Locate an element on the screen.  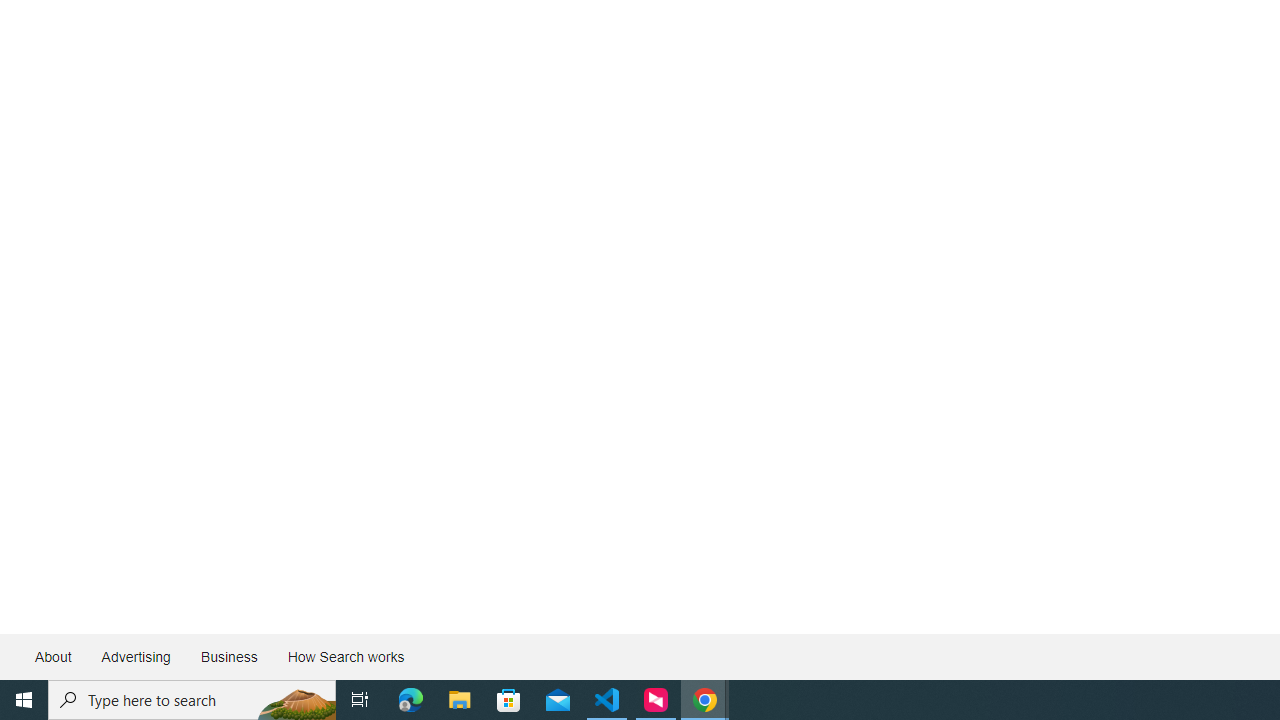
'About' is located at coordinates (53, 657).